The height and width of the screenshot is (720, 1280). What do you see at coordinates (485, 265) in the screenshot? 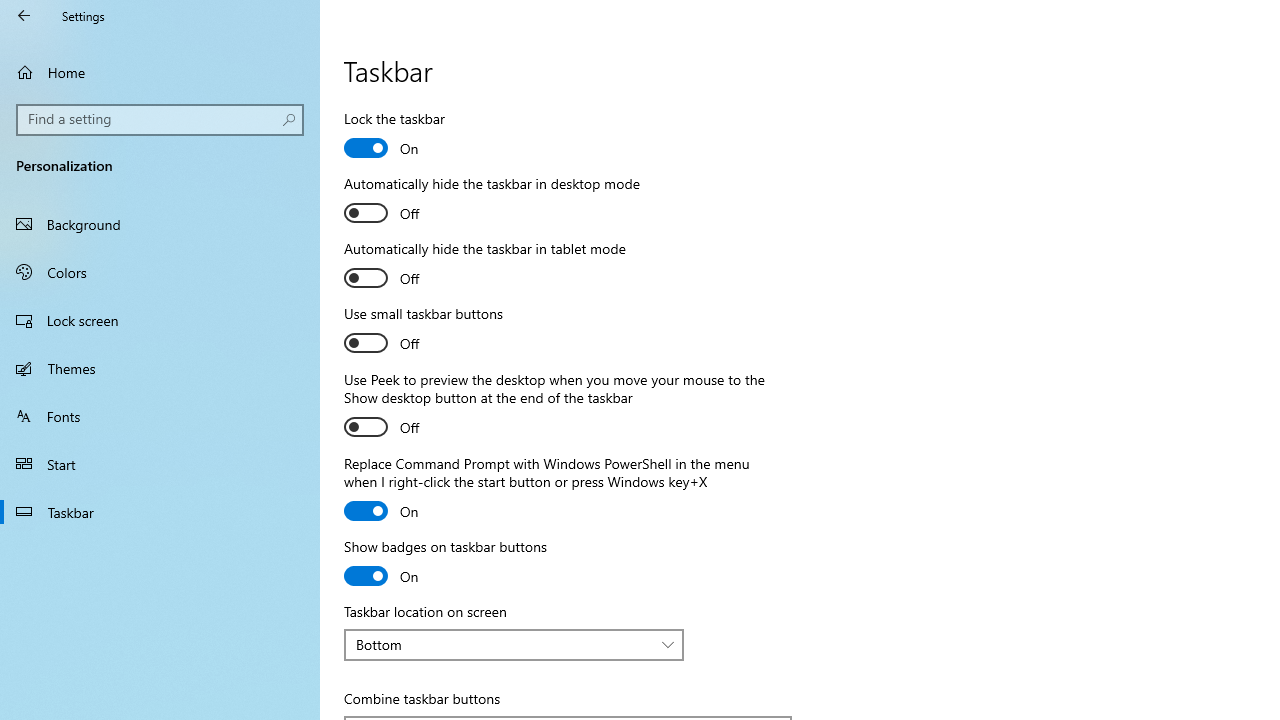
I see `'Automatically hide the taskbar in tablet mode'` at bounding box center [485, 265].